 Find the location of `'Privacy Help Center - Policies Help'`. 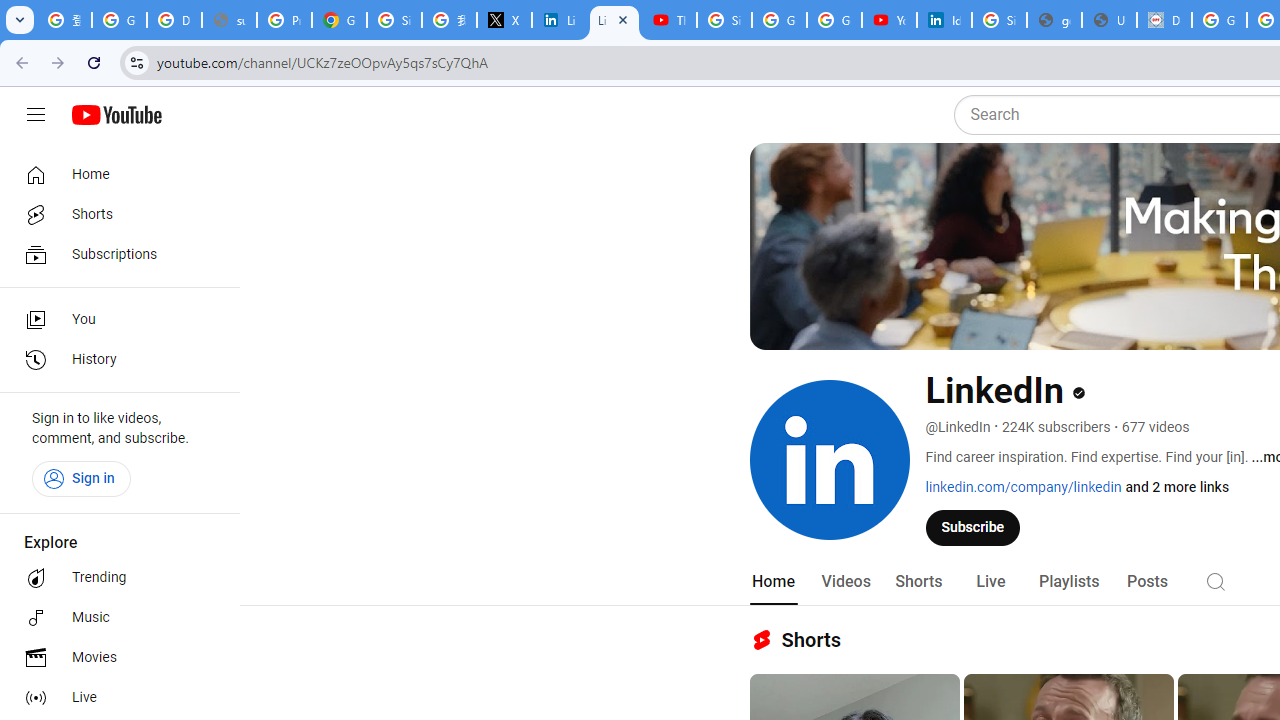

'Privacy Help Center - Policies Help' is located at coordinates (283, 20).